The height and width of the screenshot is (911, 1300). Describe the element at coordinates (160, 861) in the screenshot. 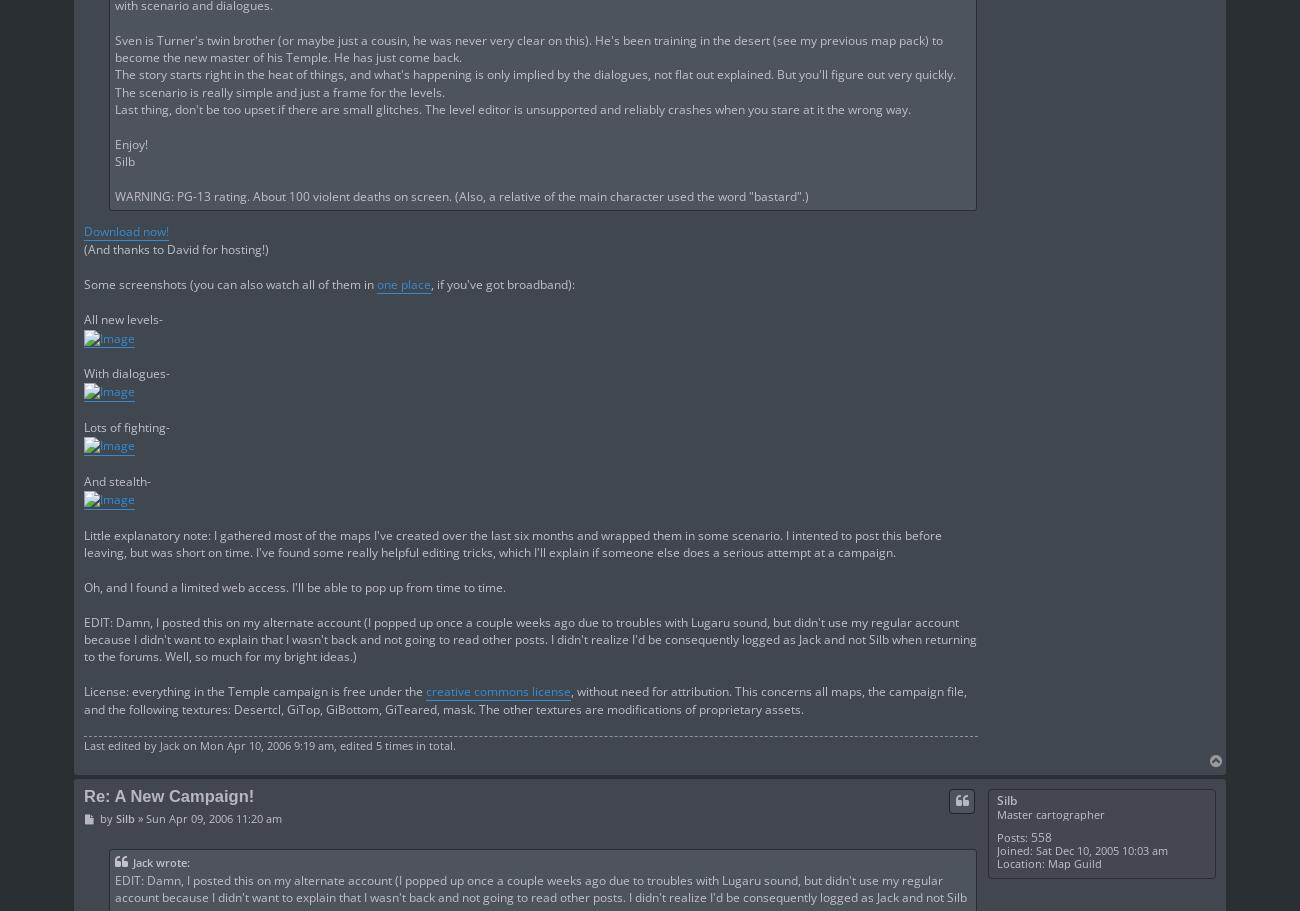

I see `'Jack wrote:'` at that location.